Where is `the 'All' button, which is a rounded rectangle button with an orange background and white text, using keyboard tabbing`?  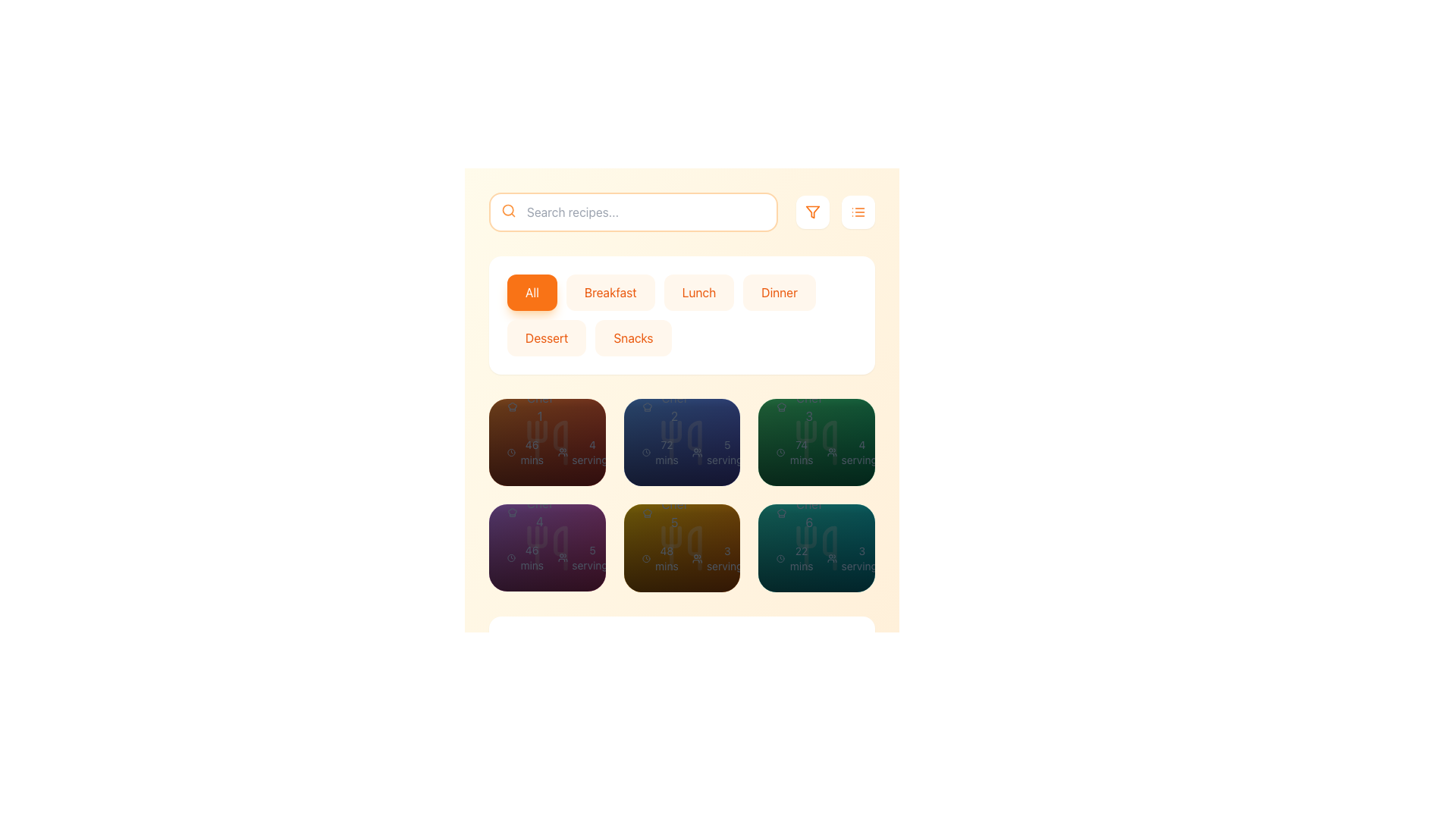 the 'All' button, which is a rounded rectangle button with an orange background and white text, using keyboard tabbing is located at coordinates (532, 292).